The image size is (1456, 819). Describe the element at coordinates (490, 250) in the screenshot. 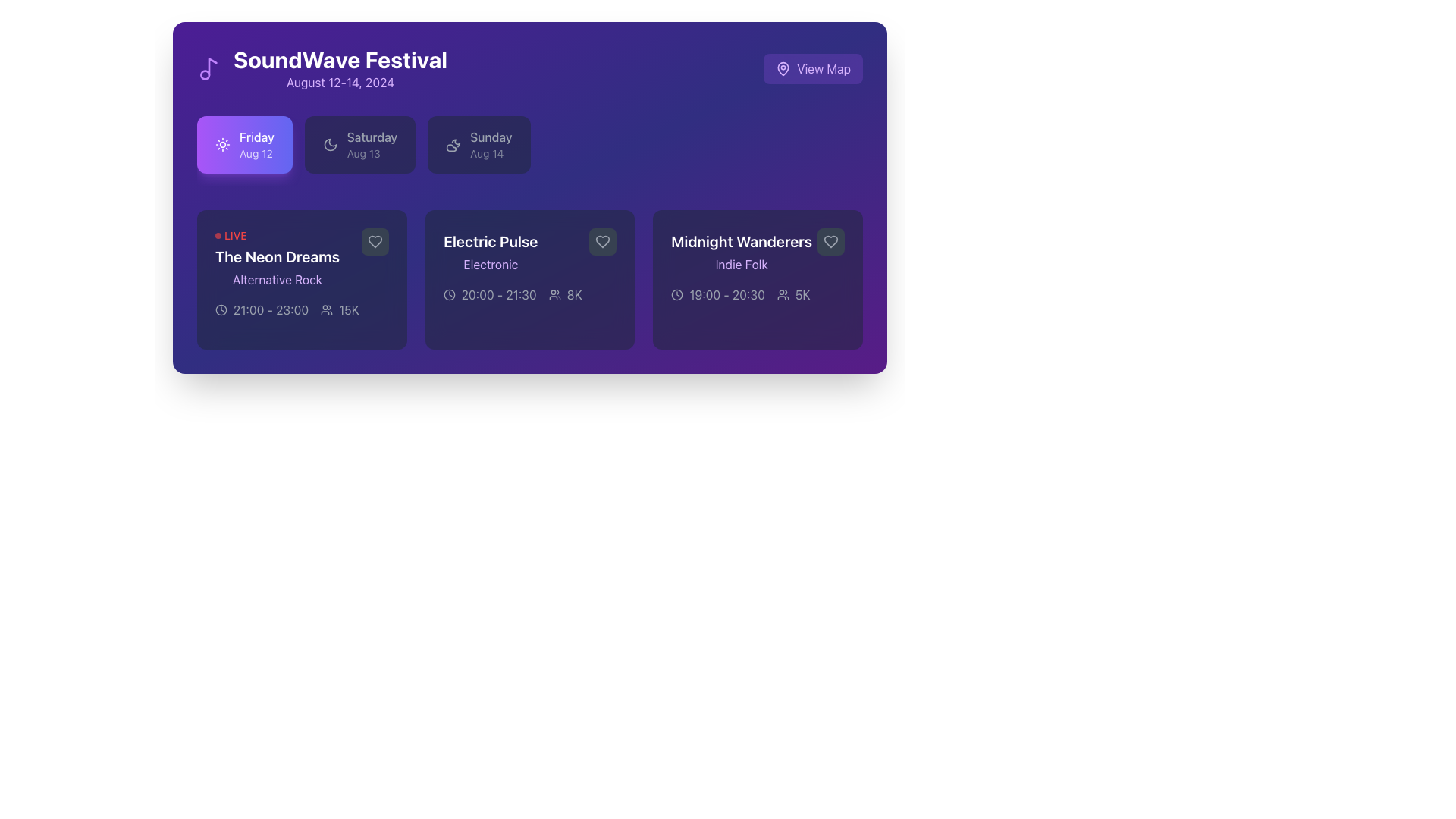

I see `the Text Display that shows 'Electric Pulse' in bold white font and 'Electronic' in smaller light purple font, located in the middle card of a three-card row` at that location.